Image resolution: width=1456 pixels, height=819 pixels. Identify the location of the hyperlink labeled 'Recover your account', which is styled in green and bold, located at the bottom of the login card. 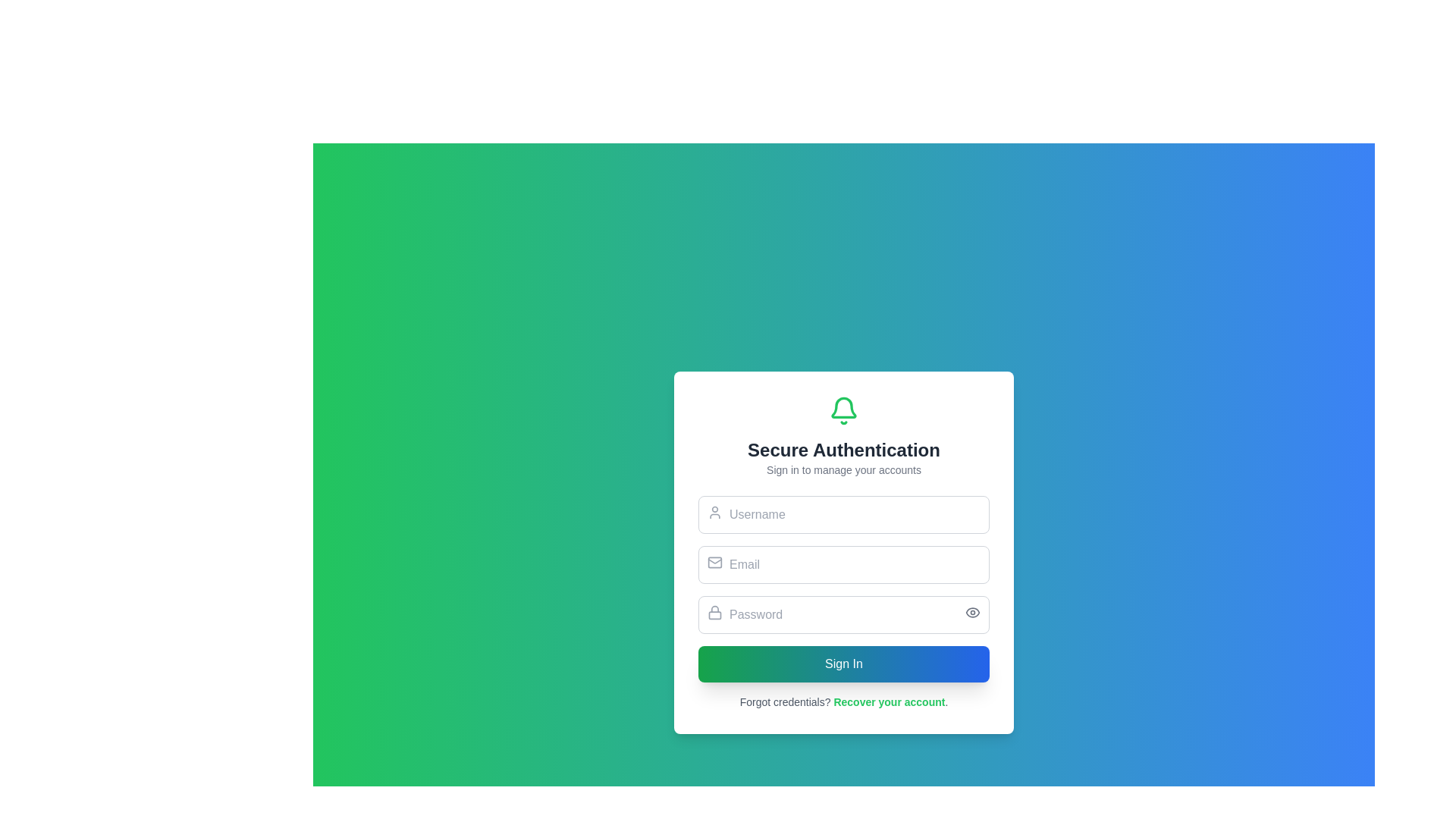
(889, 701).